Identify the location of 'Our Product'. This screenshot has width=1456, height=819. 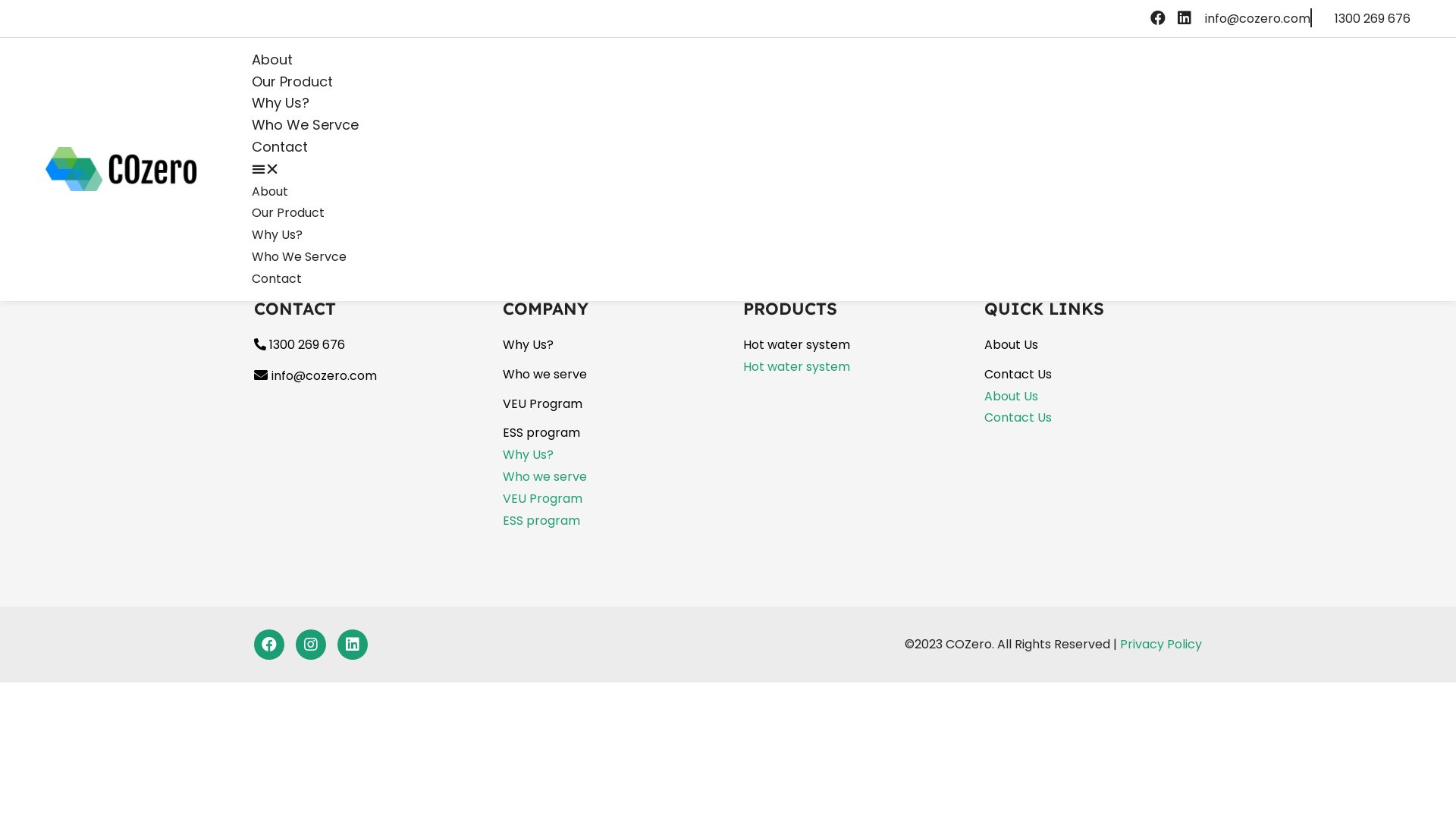
(287, 212).